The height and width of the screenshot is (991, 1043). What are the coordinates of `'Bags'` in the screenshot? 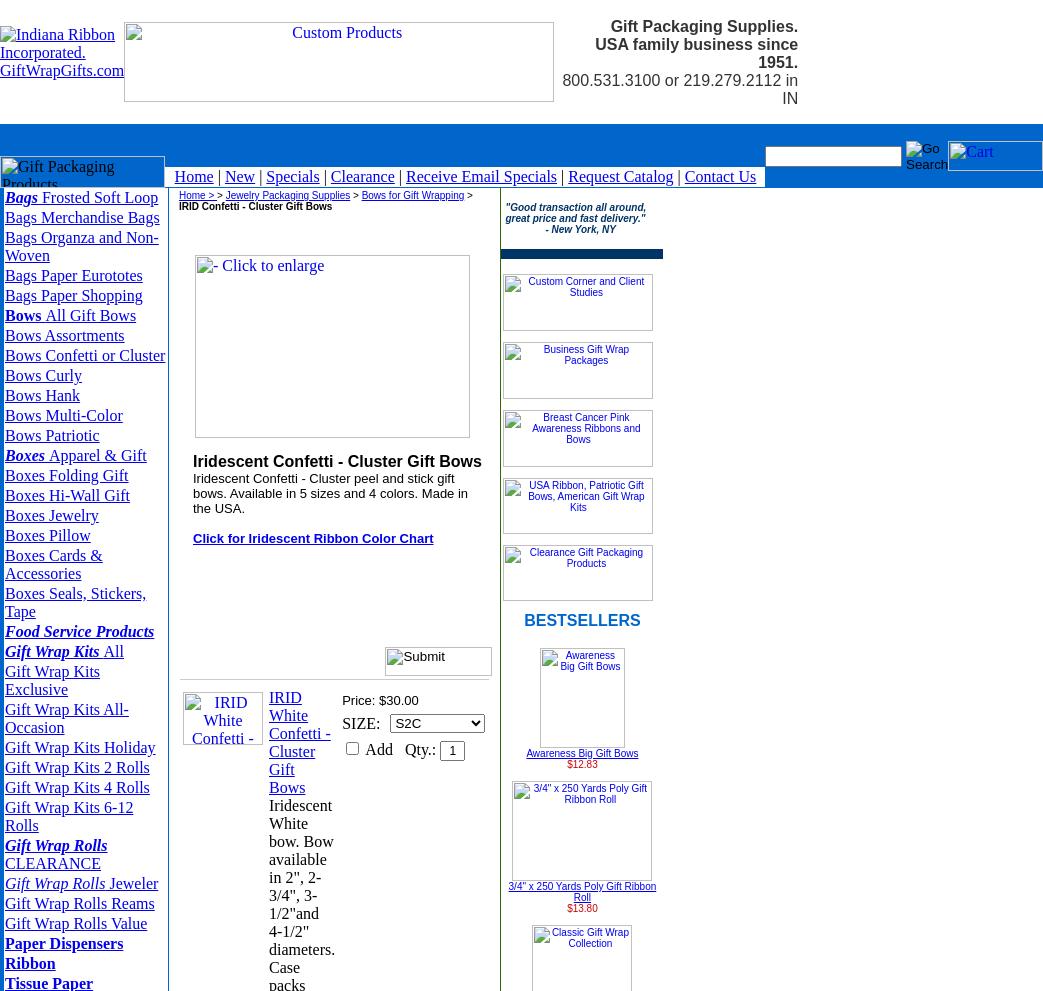 It's located at (22, 196).